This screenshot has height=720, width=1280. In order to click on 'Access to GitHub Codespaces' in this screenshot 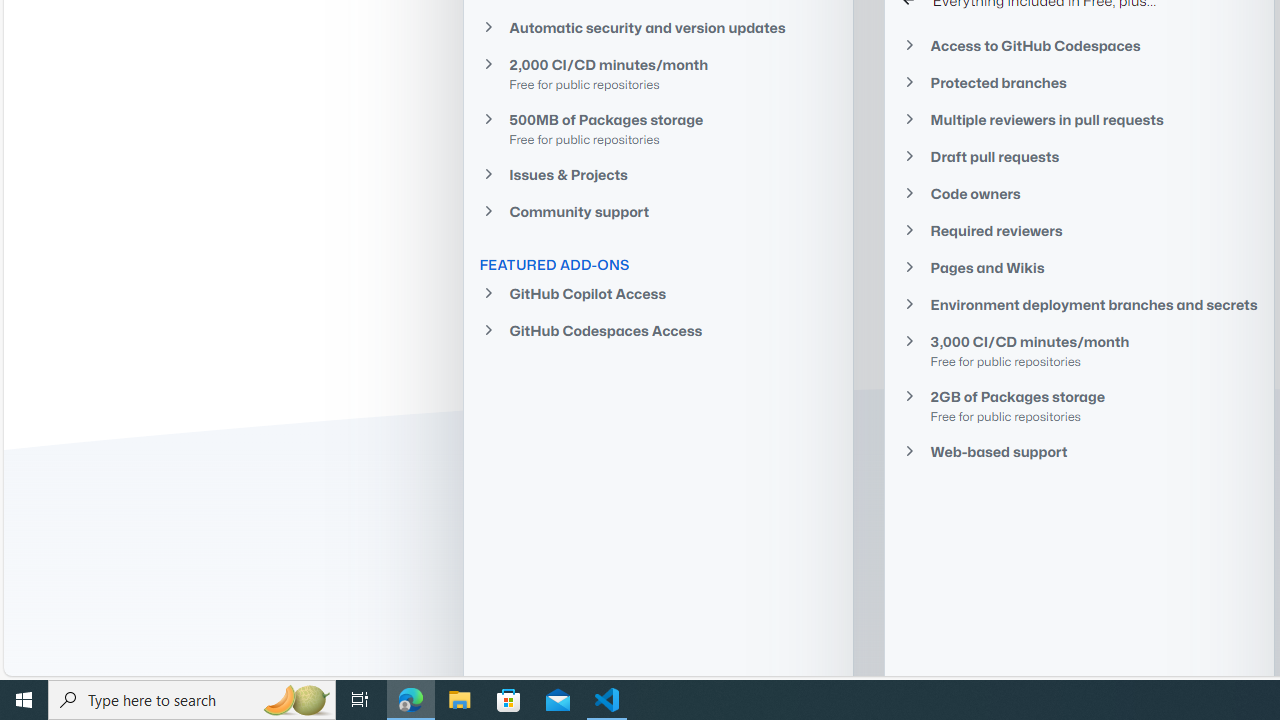, I will do `click(1078, 45)`.